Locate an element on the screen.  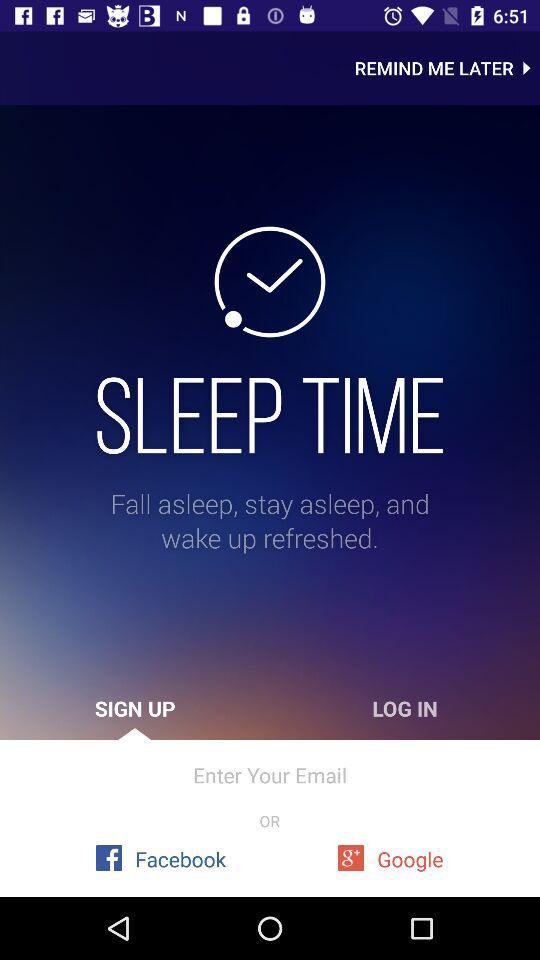
enter your email icon is located at coordinates (270, 774).